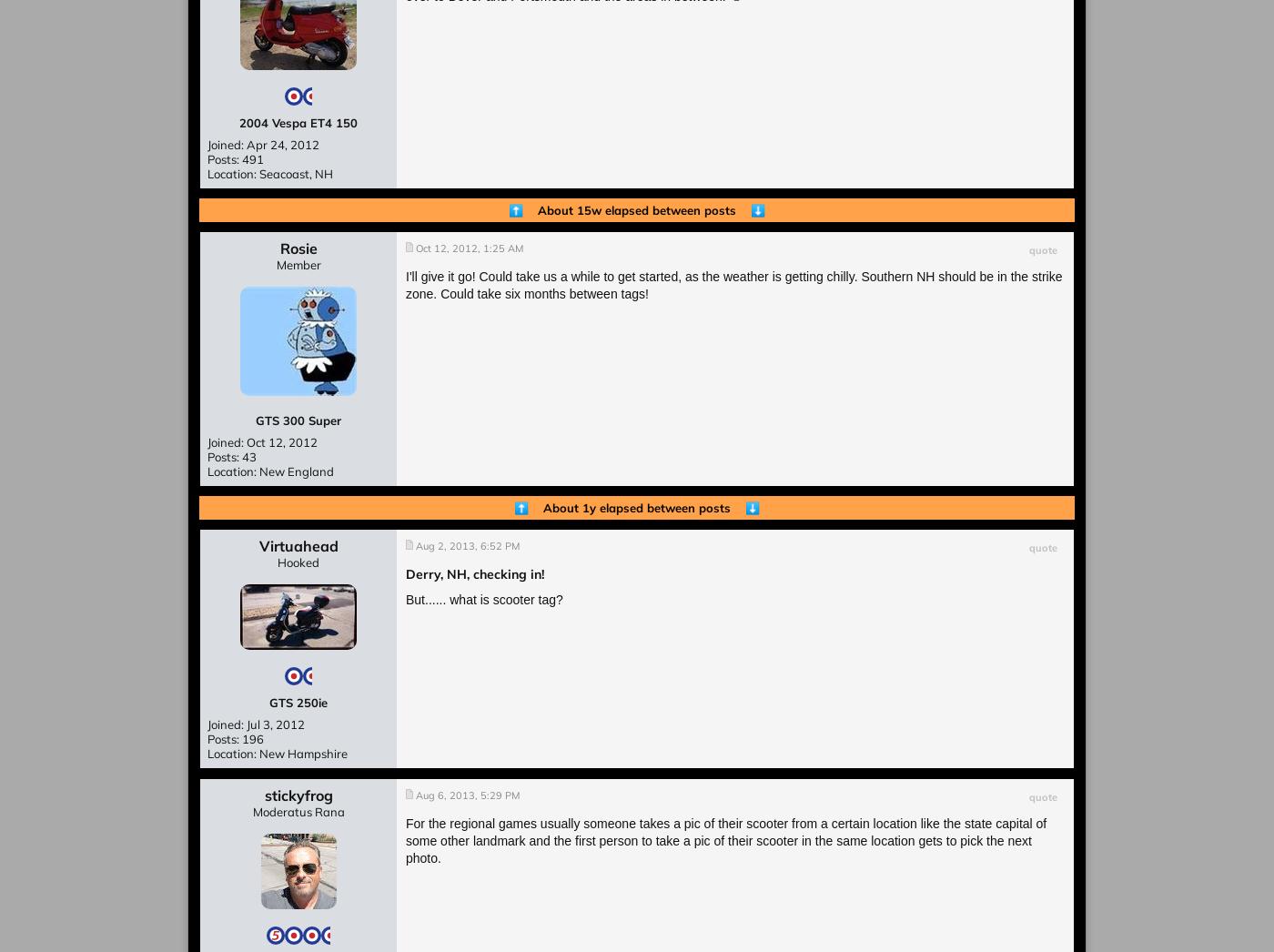 The width and height of the screenshot is (1274, 952). What do you see at coordinates (275, 724) in the screenshot?
I see `'Jul 3, 2012'` at bounding box center [275, 724].